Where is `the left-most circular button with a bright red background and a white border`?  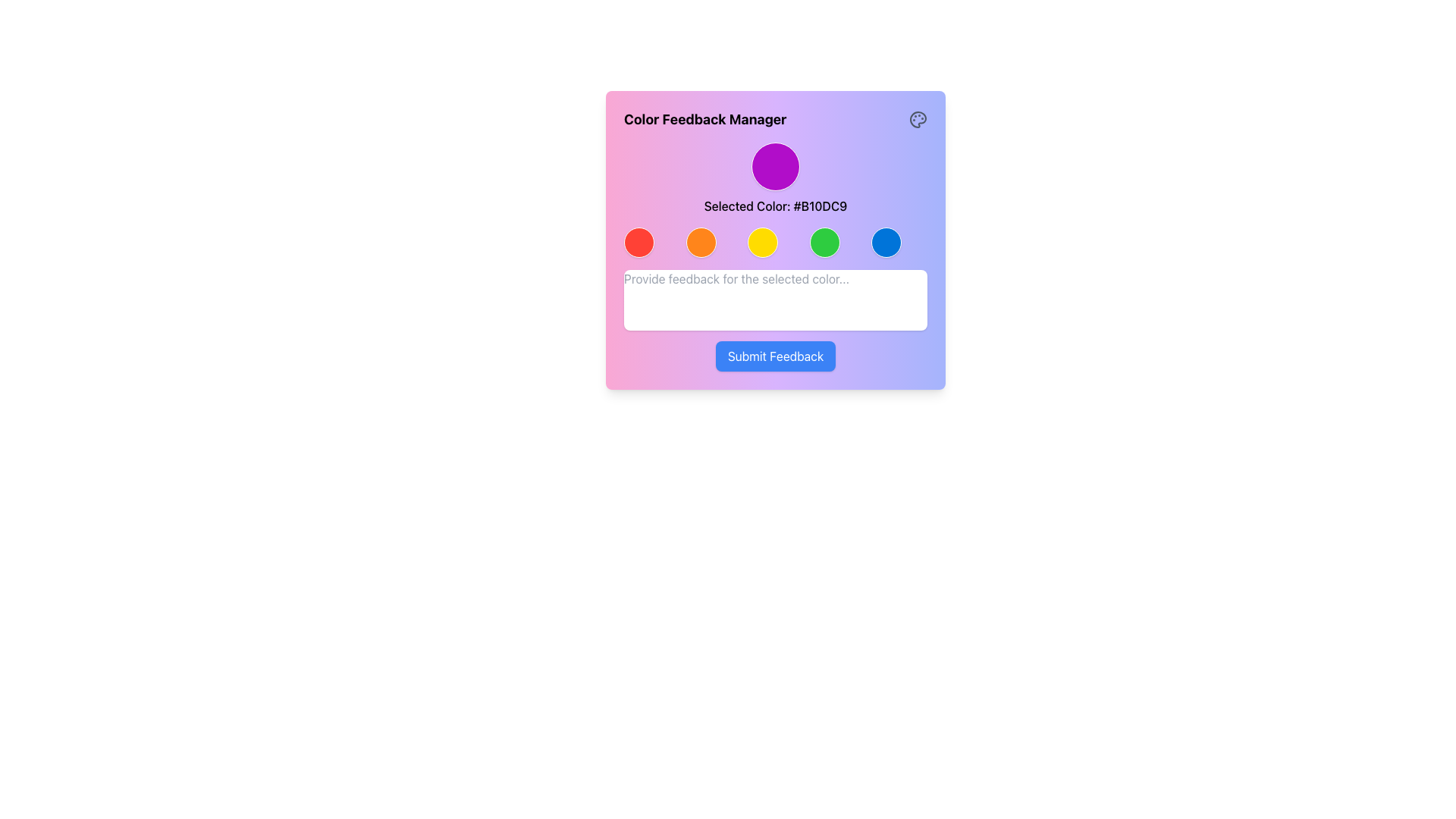
the left-most circular button with a bright red background and a white border is located at coordinates (639, 242).